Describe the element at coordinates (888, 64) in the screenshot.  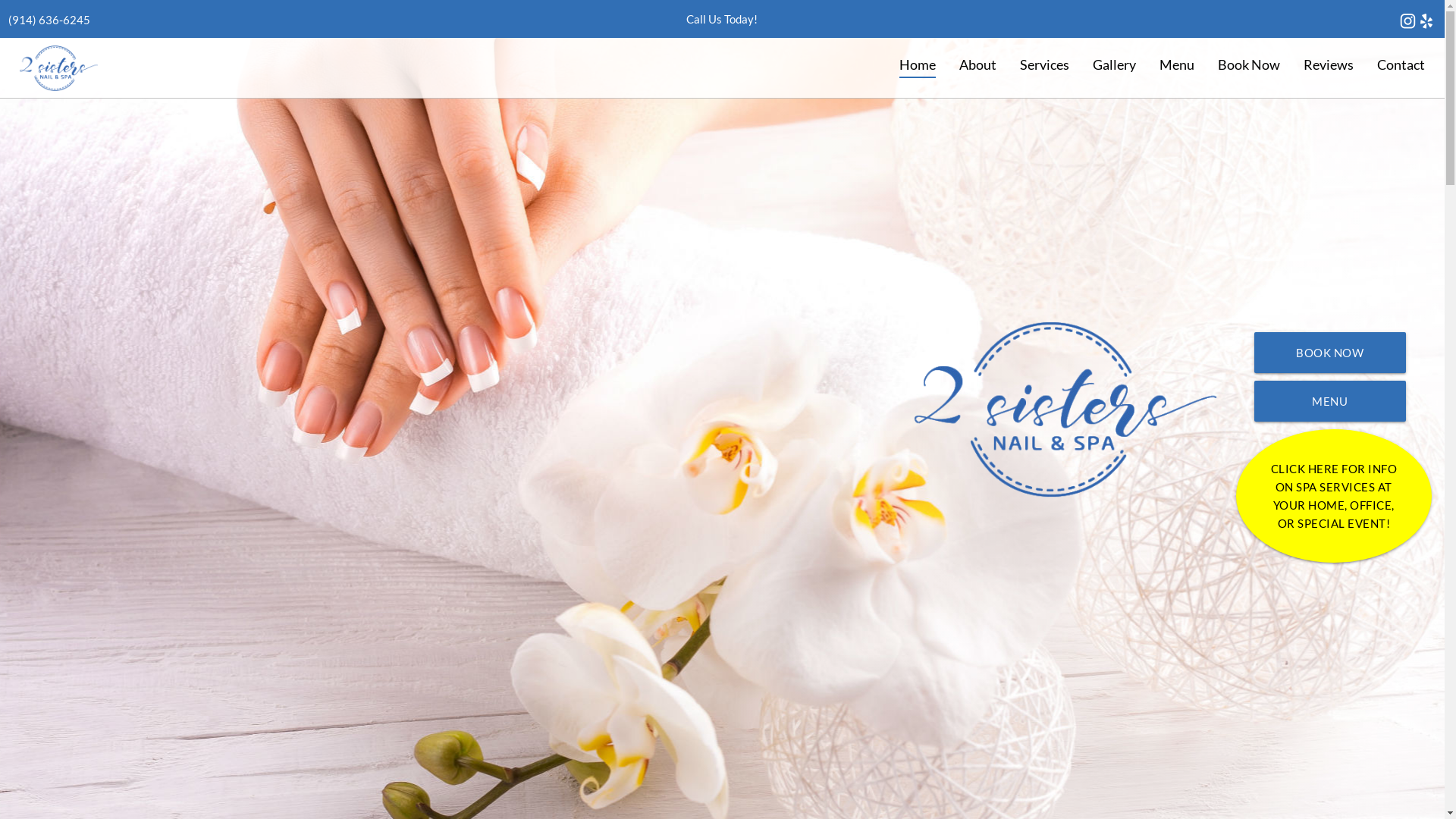
I see `'Home'` at that location.